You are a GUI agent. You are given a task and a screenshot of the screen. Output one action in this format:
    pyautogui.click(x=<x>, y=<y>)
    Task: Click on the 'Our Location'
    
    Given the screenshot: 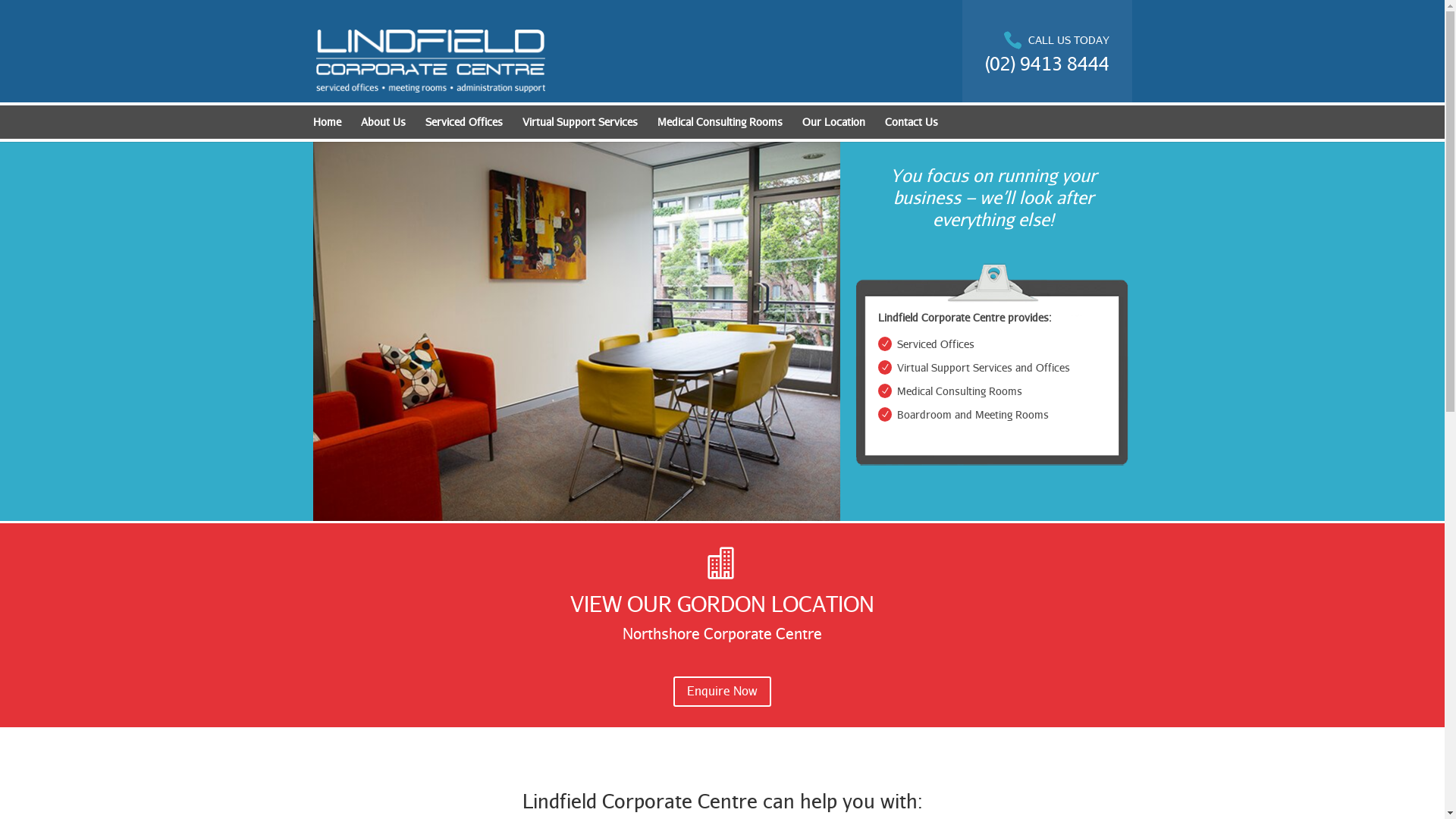 What is the action you would take?
    pyautogui.click(x=801, y=124)
    